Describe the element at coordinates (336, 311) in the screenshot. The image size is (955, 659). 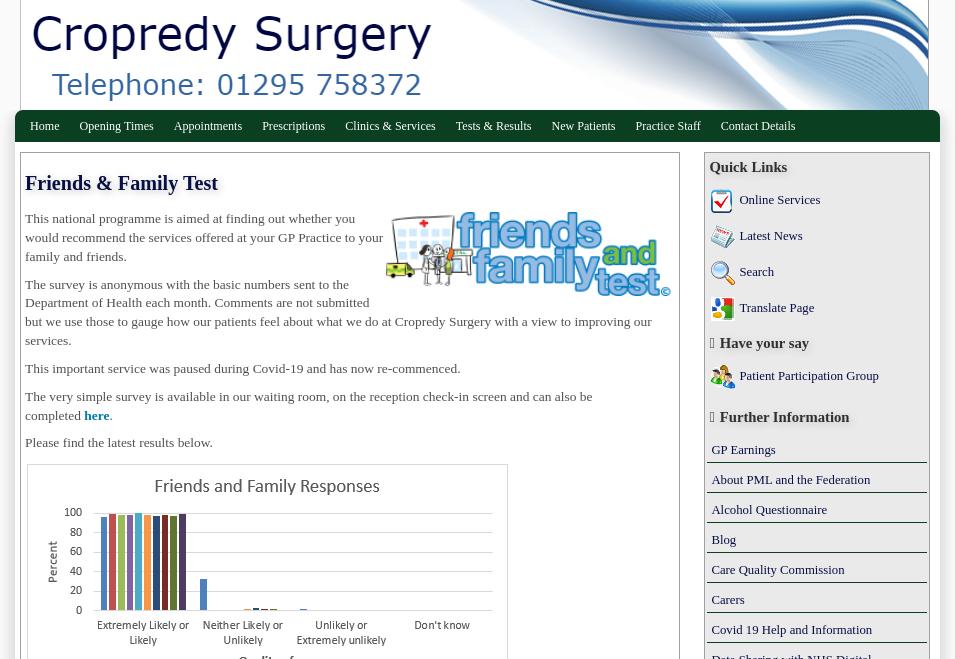
I see `'The survey is anonymous with the basic numbers sent to the Department of Health each month. Comments are not submitted but we use those to gauge how our patients feel about what we do at Cropredy Surgery with a view to improving our services.'` at that location.